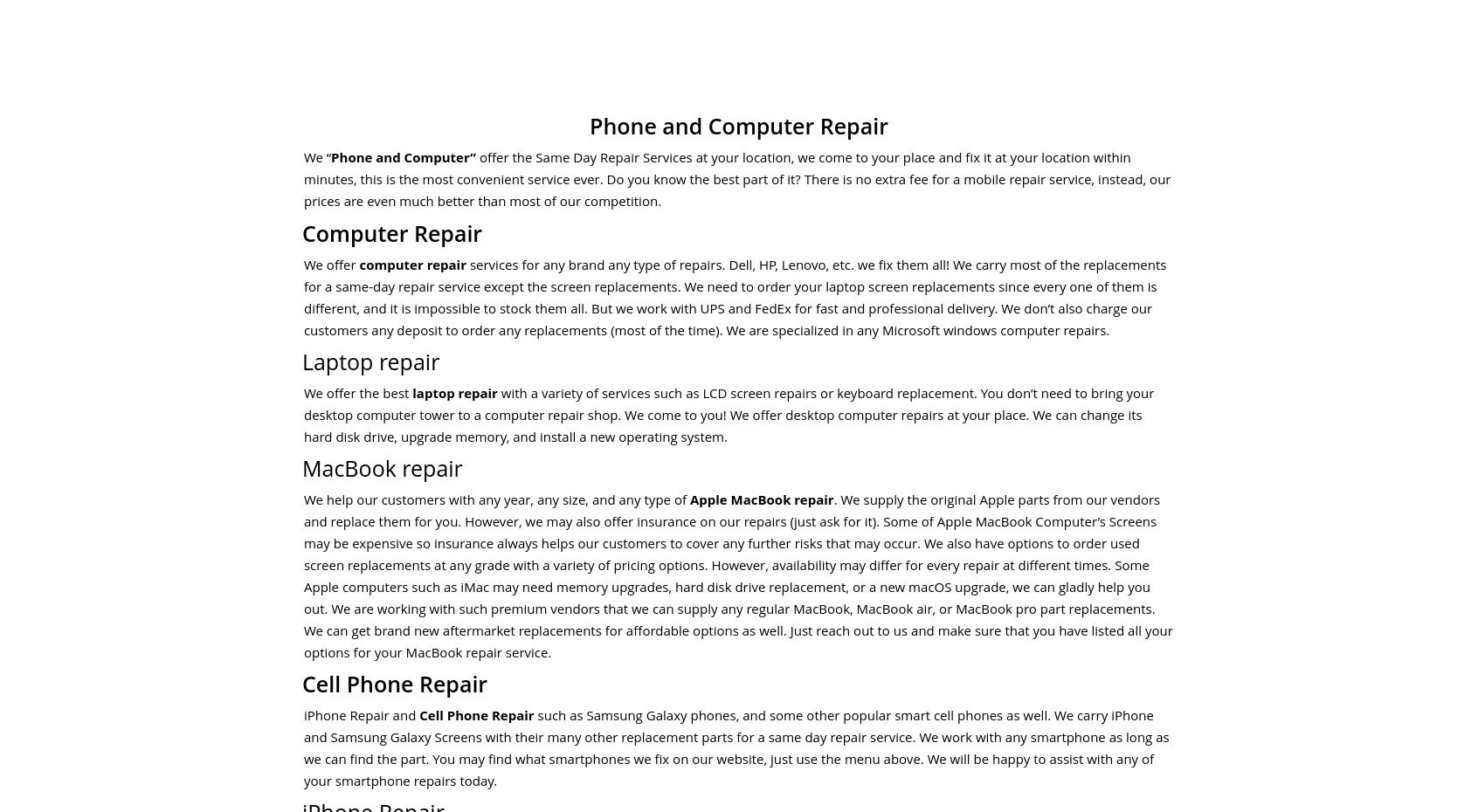 The width and height of the screenshot is (1478, 812). I want to click on 'Computer Repair', so click(300, 231).